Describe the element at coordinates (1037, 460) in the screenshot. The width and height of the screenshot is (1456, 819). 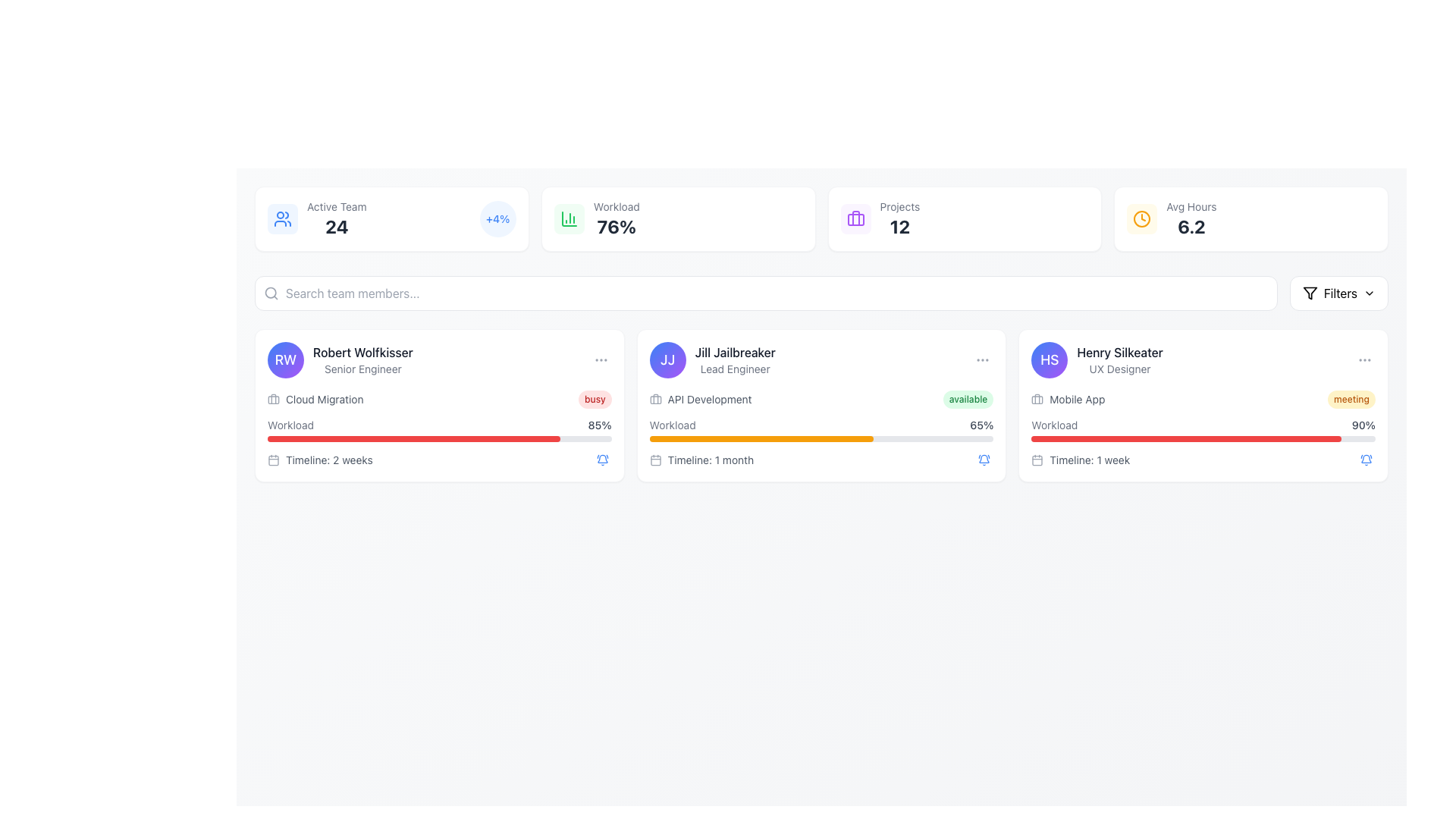
I see `the Decorative SVG graphic that is part of the calendar icon in the UI card for 'Henry Silkeater', located near the workload graph and timeline` at that location.